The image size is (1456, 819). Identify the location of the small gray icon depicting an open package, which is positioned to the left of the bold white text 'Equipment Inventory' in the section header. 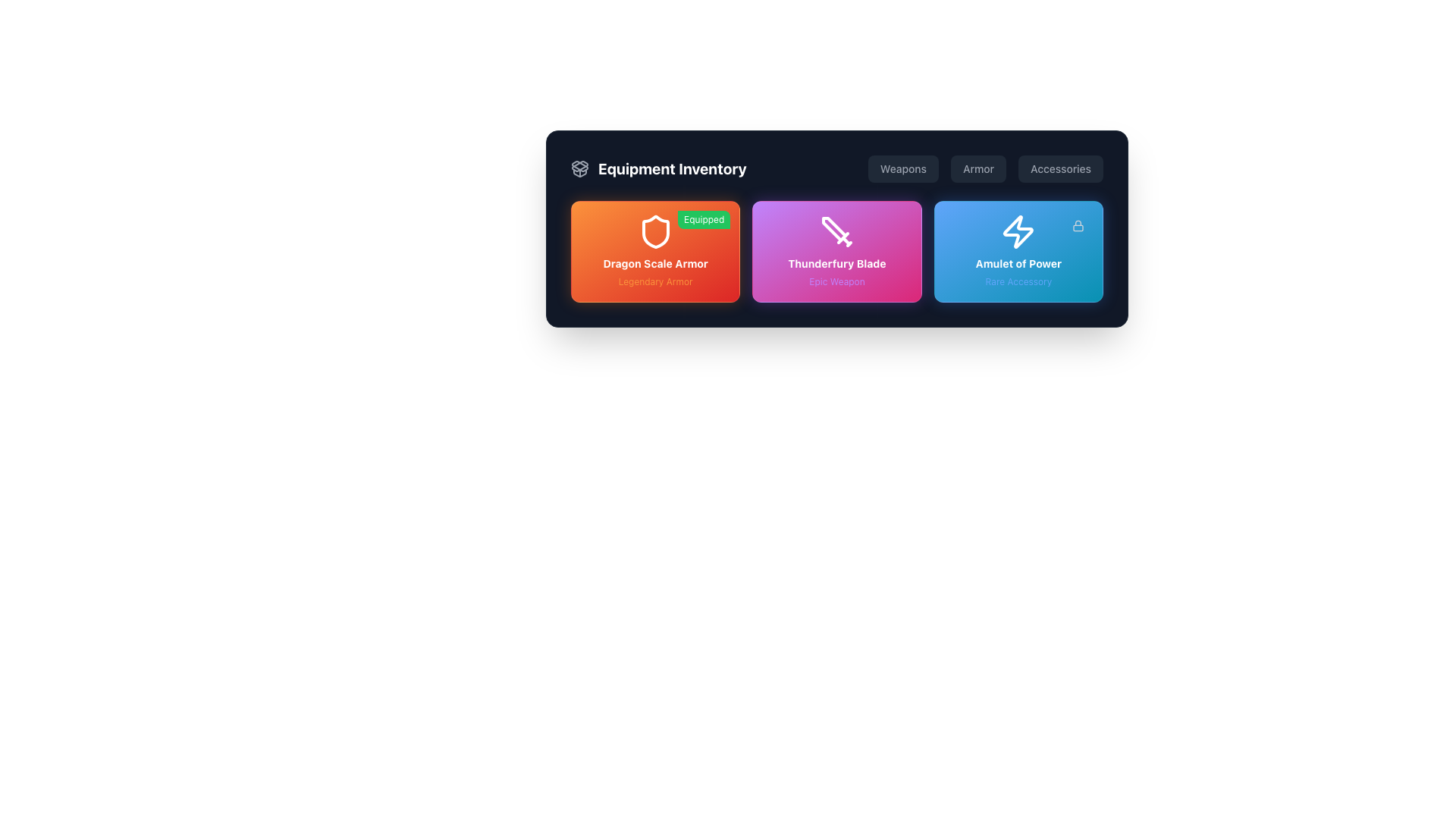
(579, 169).